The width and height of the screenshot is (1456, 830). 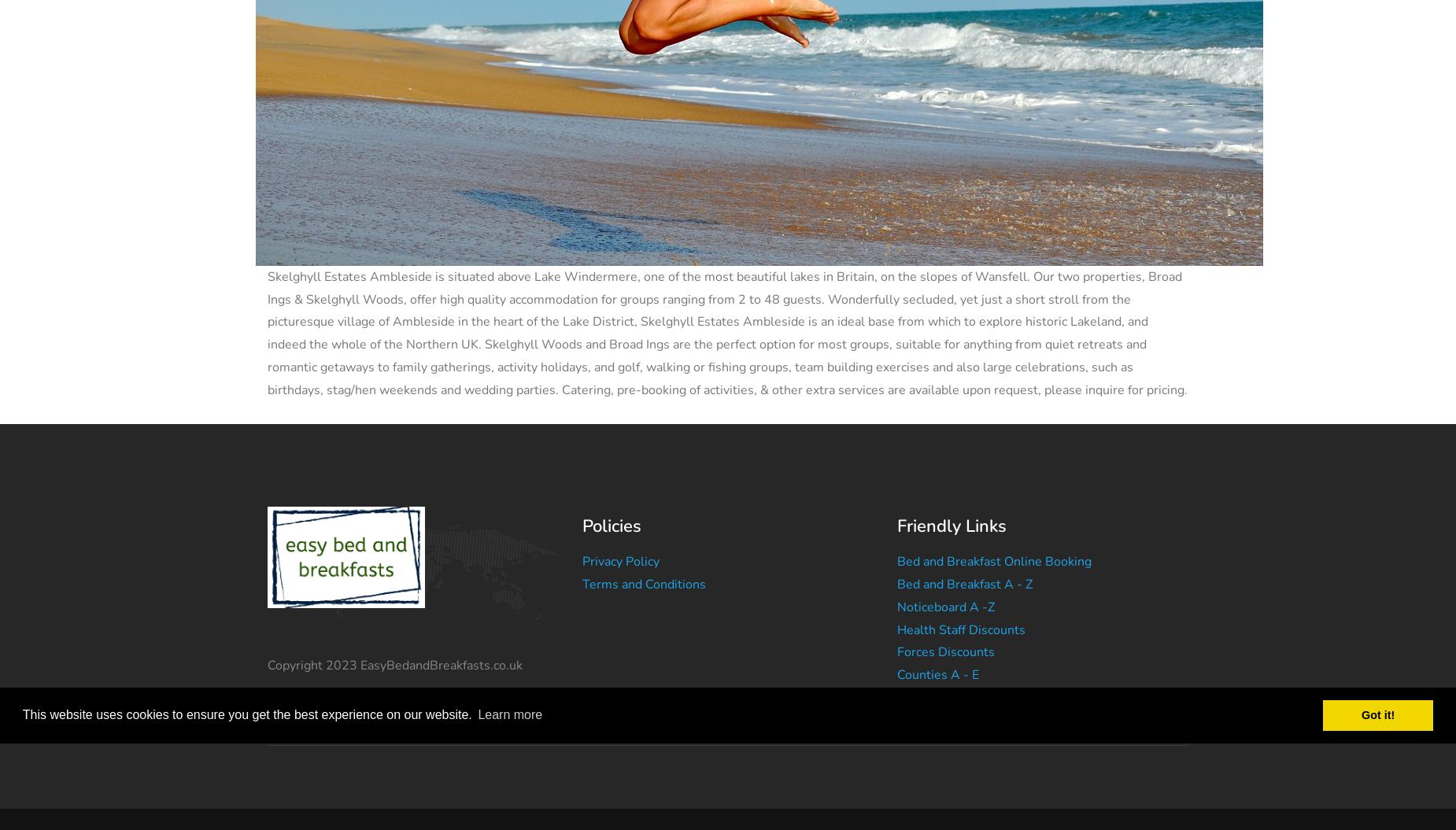 What do you see at coordinates (612, 525) in the screenshot?
I see `'Policies'` at bounding box center [612, 525].